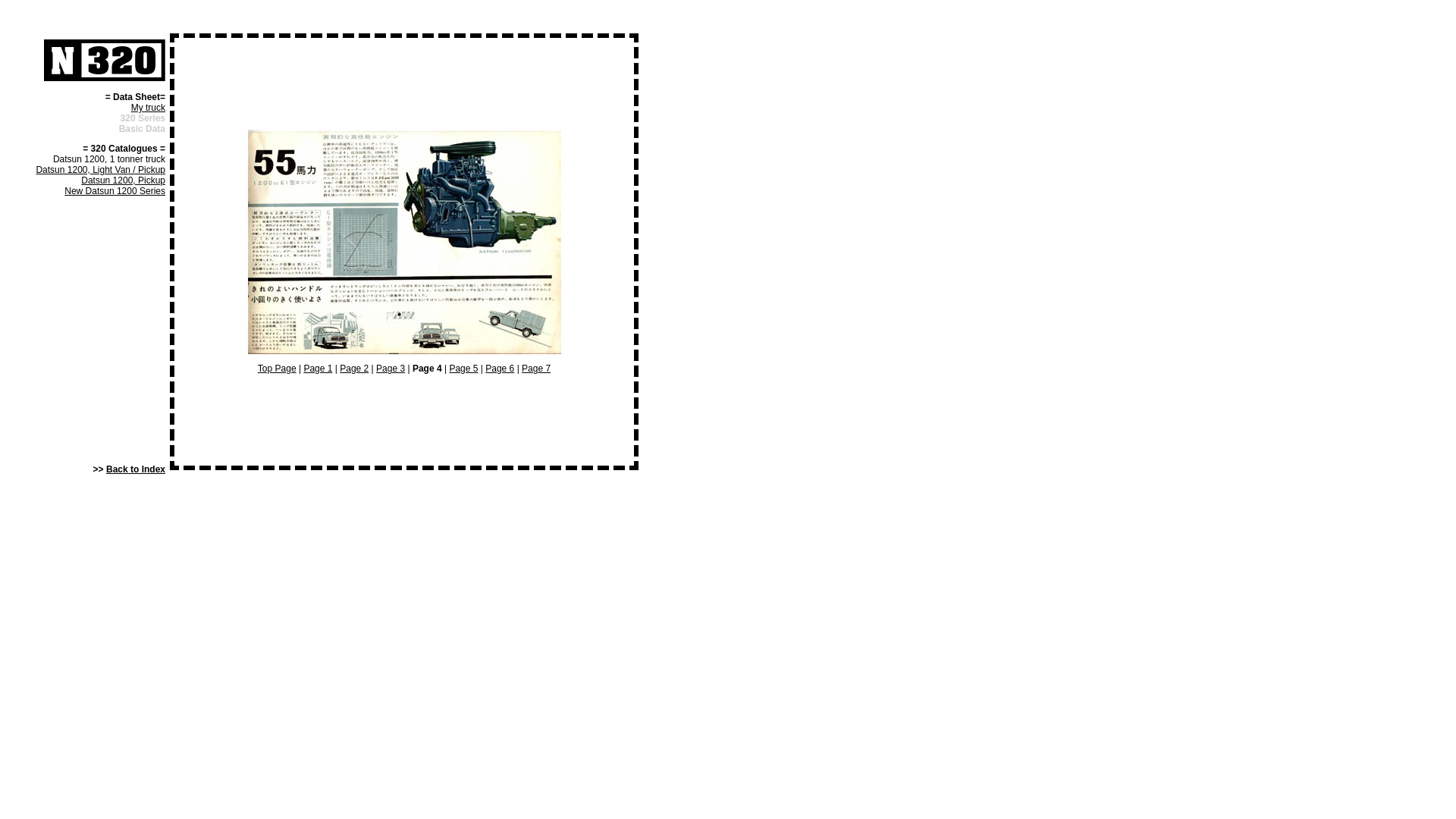  I want to click on 'Page 6', so click(484, 369).